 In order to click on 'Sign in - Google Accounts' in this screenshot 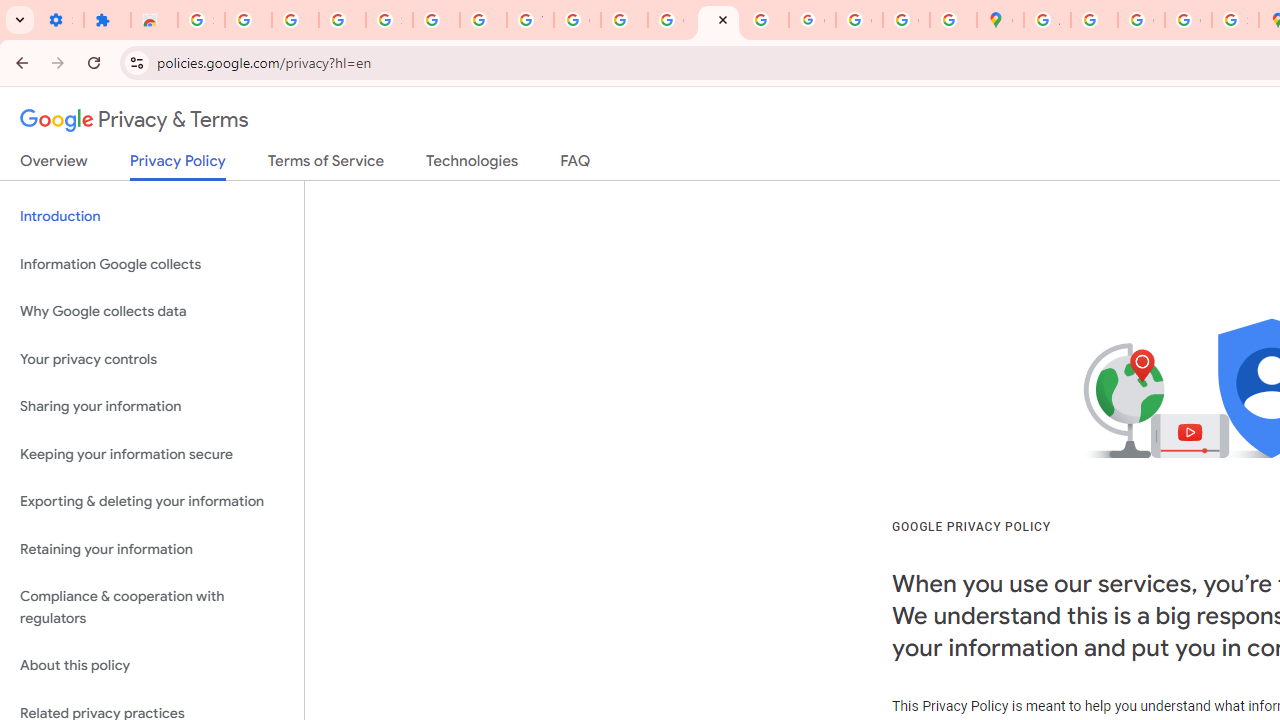, I will do `click(201, 20)`.